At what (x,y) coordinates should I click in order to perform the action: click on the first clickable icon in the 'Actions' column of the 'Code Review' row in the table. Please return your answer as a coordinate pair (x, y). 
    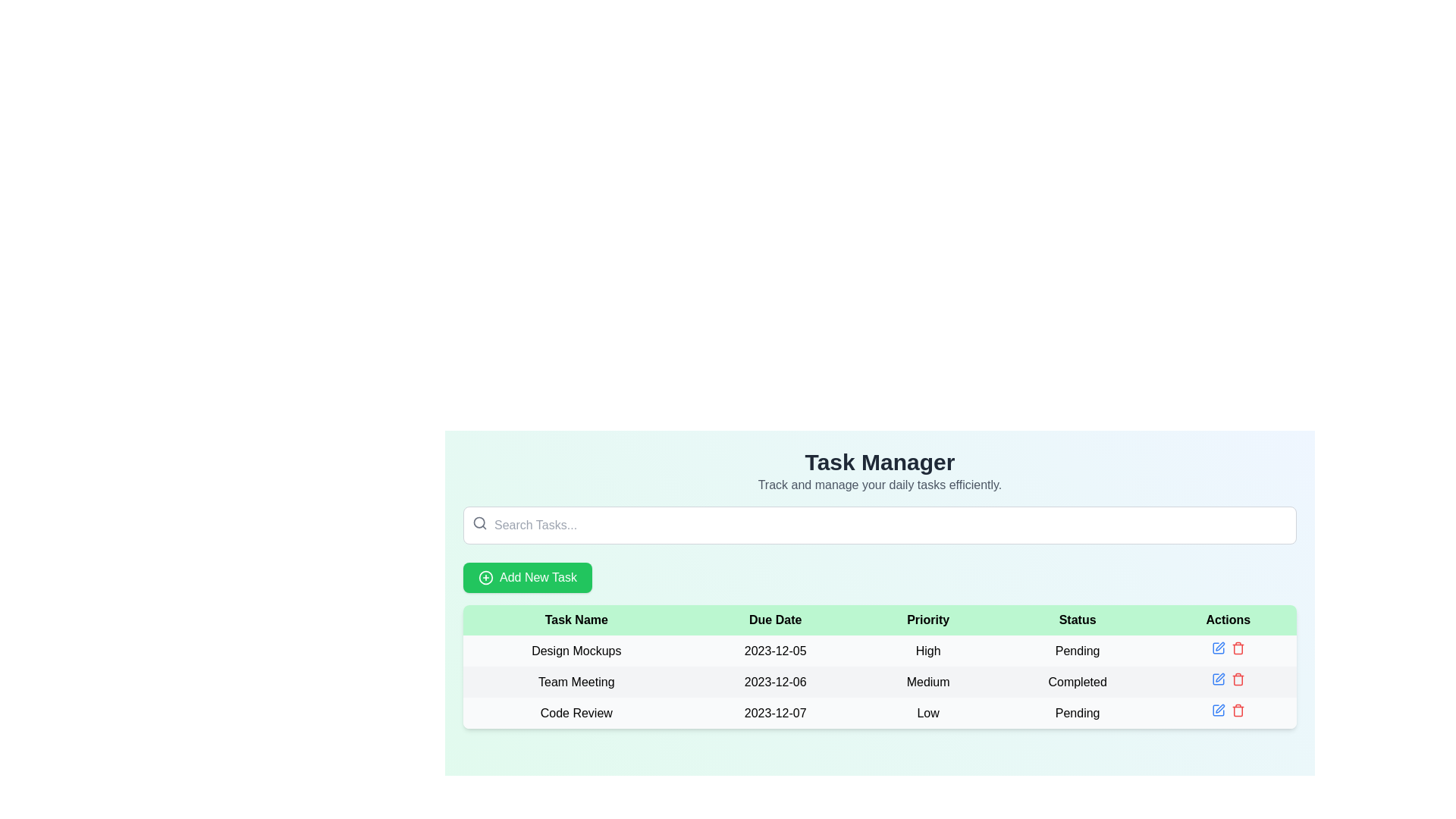
    Looking at the image, I should click on (1218, 711).